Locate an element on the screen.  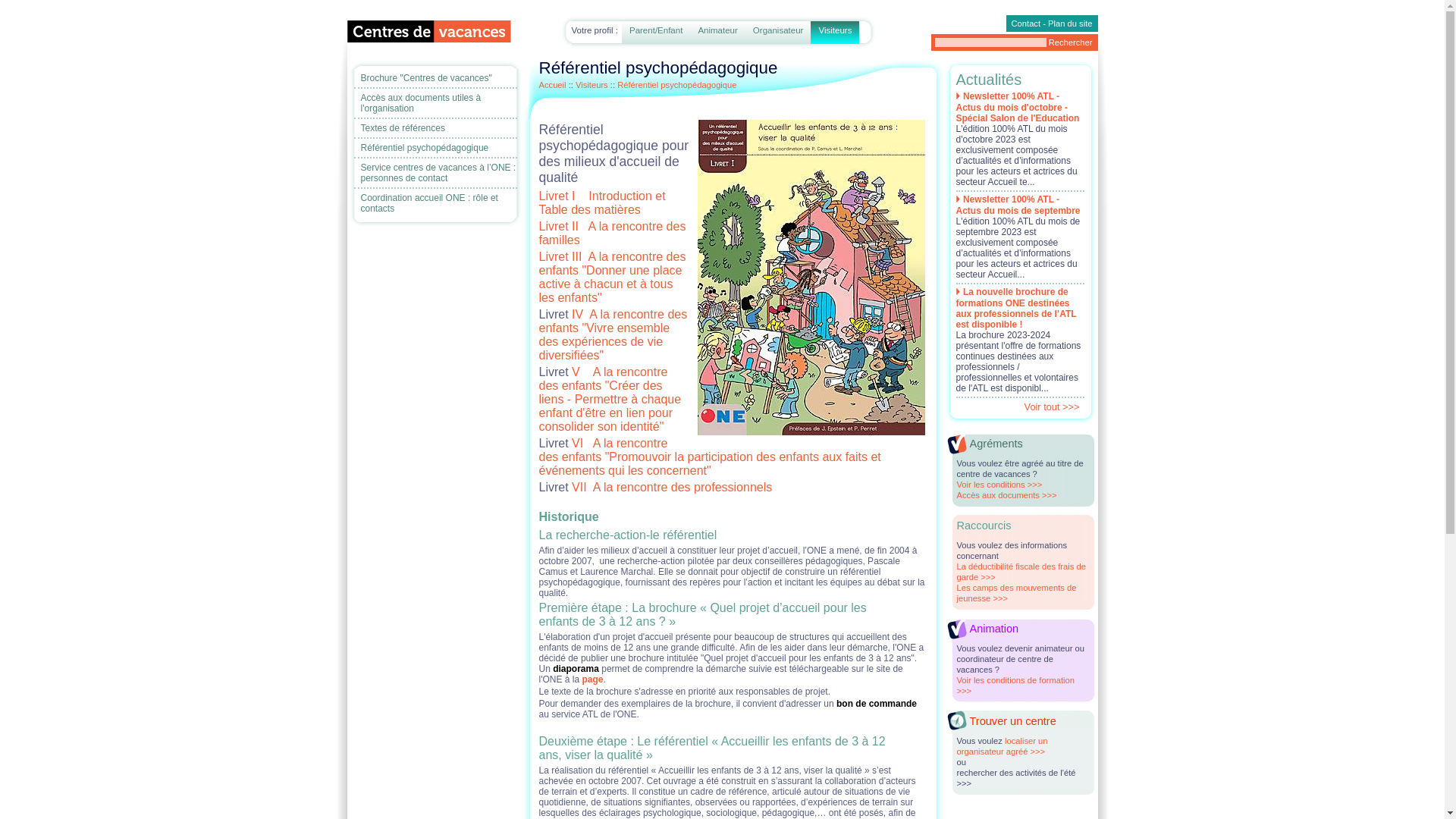
'Parent/Enfant' is located at coordinates (655, 36).